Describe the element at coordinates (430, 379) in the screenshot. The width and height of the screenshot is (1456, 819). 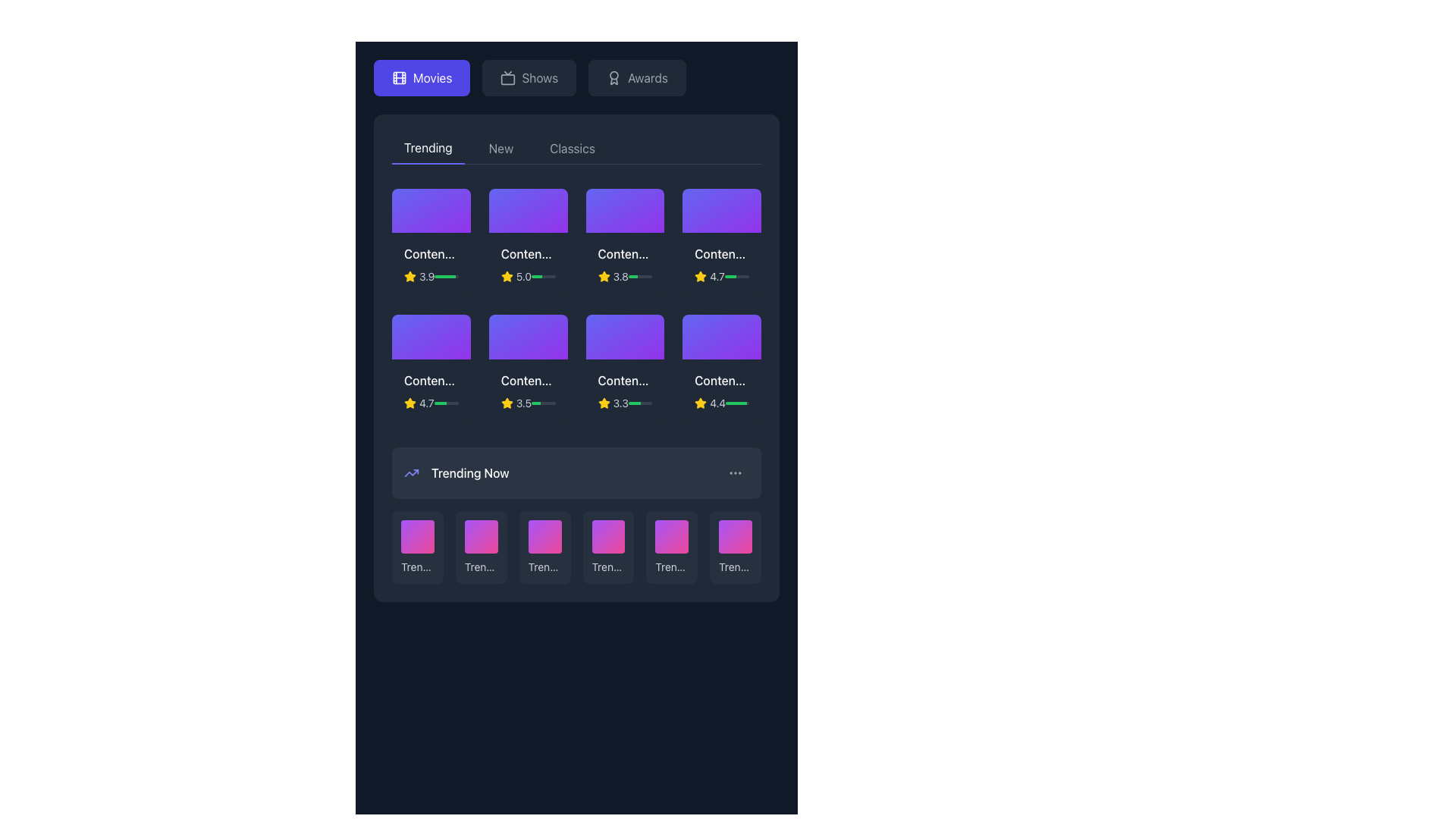
I see `text content of the label identified as 'Content Title 5' located in the lower-left corner of the grid in the 'Trending' section under the 'Movies' tab` at that location.